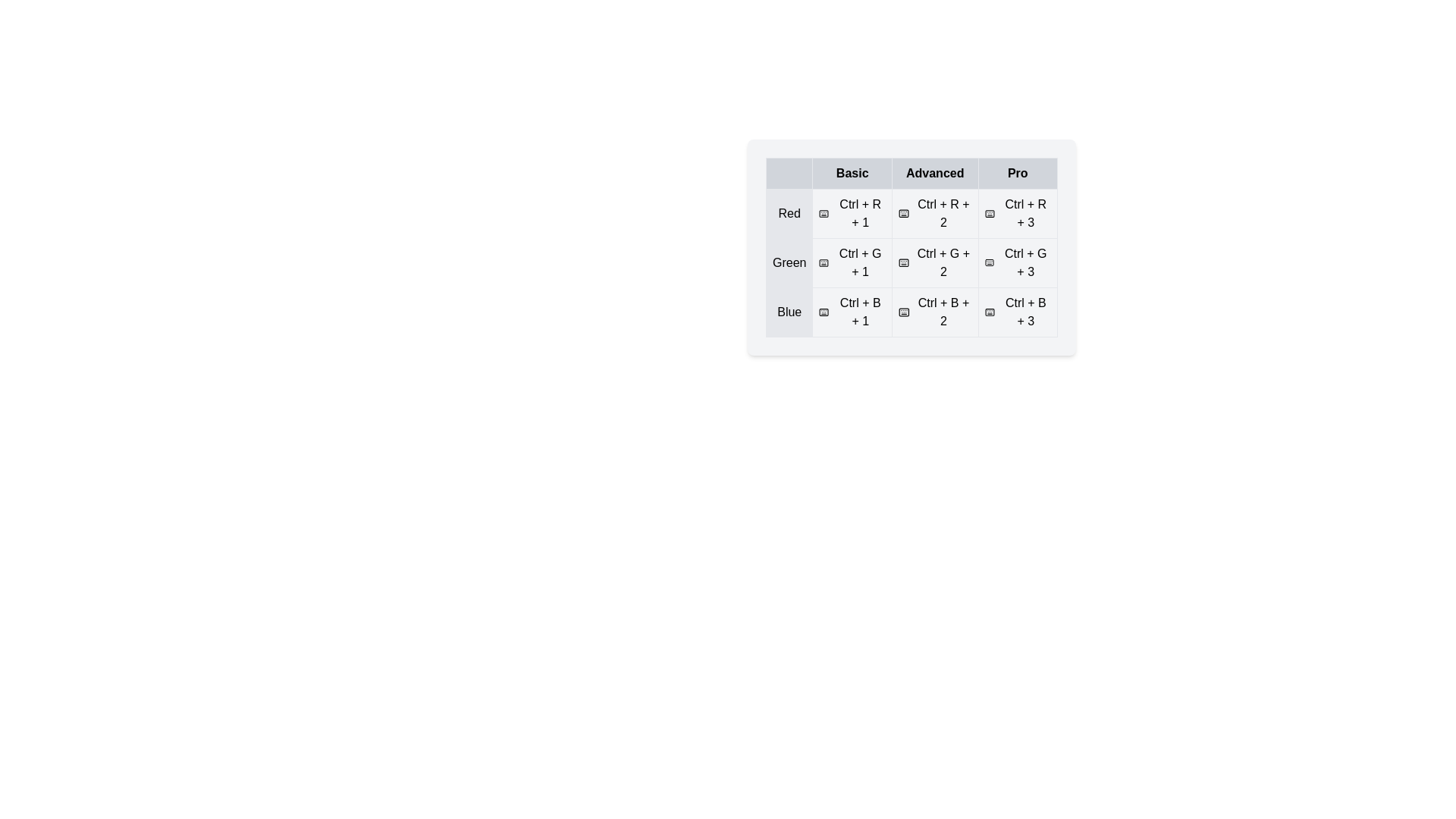 This screenshot has width=1456, height=819. What do you see at coordinates (911, 262) in the screenshot?
I see `the table cell in the second row (Green category) and second column (Advanced level) containing the text 'Ctrl + G + 2' and a keyboard icon for interaction` at bounding box center [911, 262].